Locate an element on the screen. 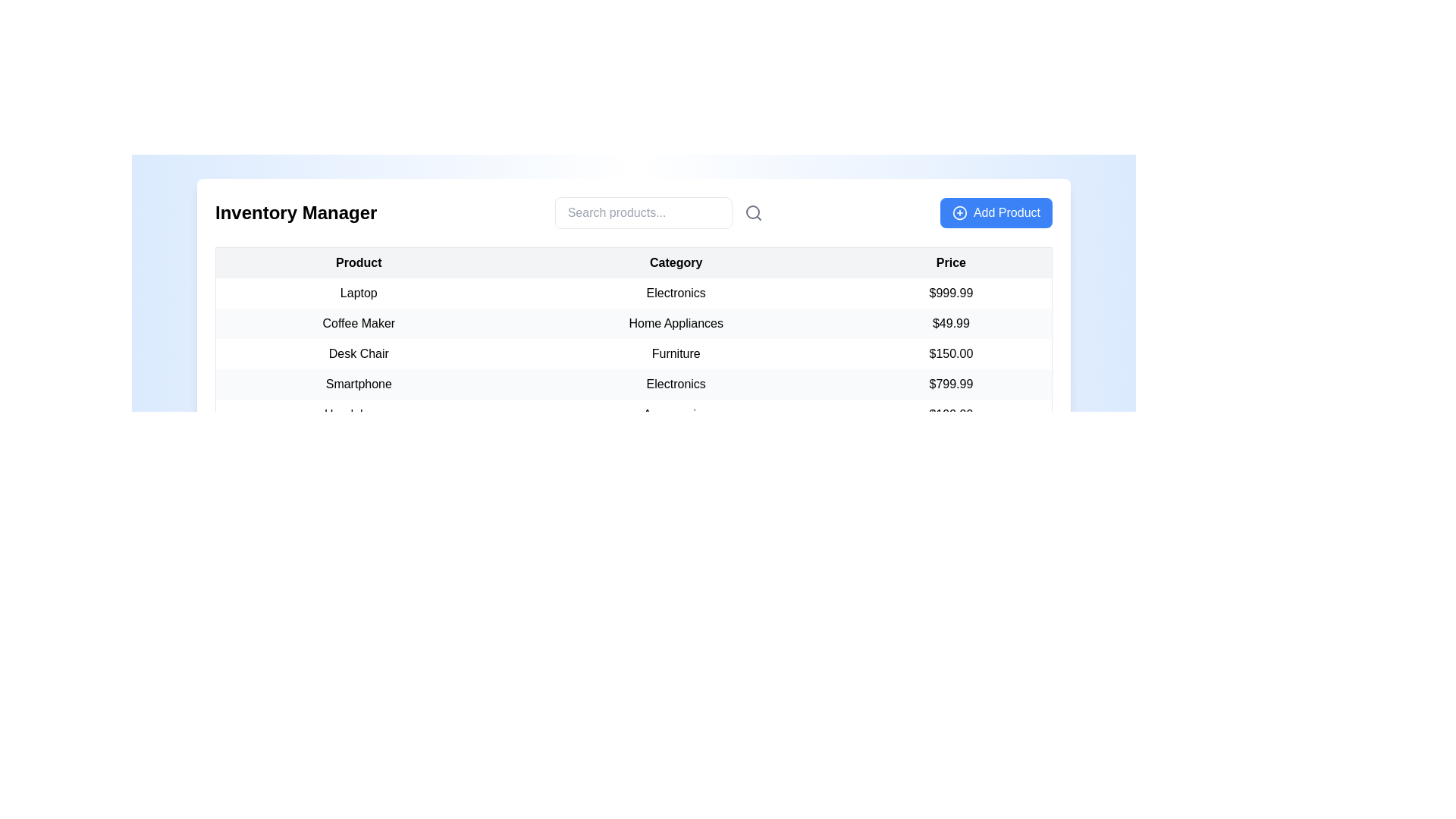 The width and height of the screenshot is (1456, 819). the search bar located centrally in the header section, which is used for filtering or finding specific products is located at coordinates (633, 213).